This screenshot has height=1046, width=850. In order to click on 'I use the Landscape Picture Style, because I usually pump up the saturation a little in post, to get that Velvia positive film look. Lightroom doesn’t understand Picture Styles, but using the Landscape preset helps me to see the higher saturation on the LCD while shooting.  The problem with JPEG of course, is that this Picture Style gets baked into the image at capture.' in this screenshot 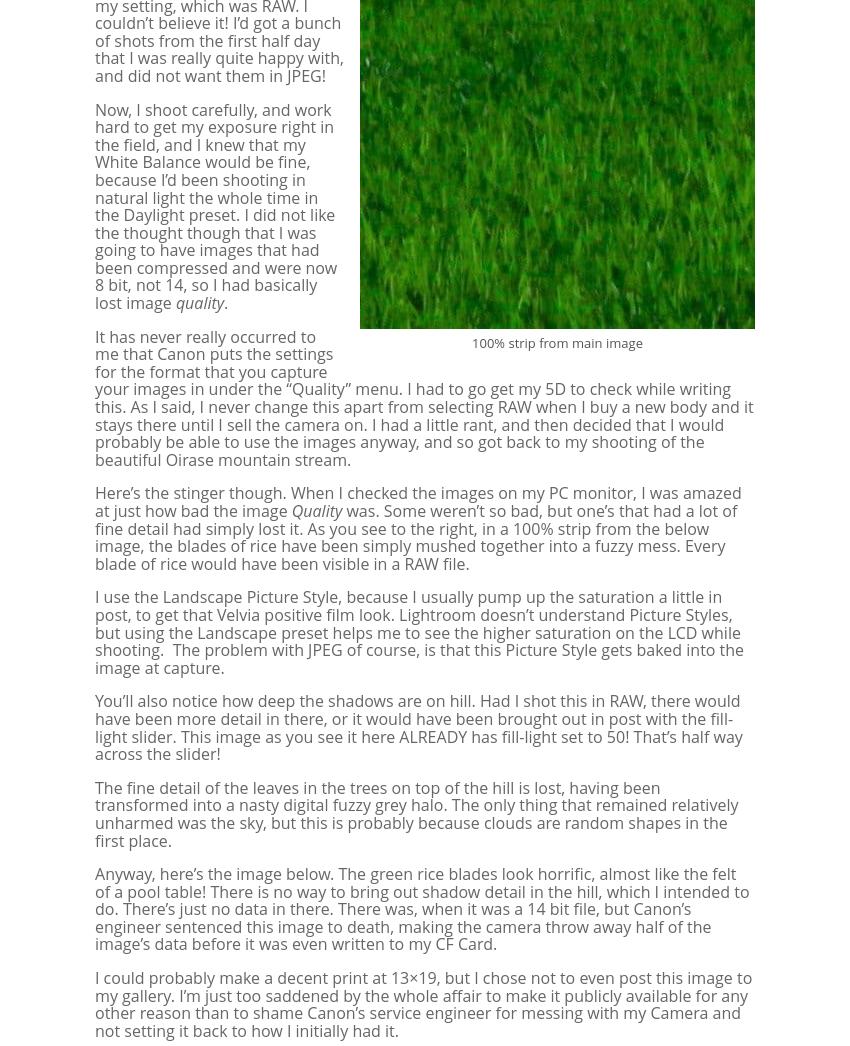, I will do `click(94, 630)`.